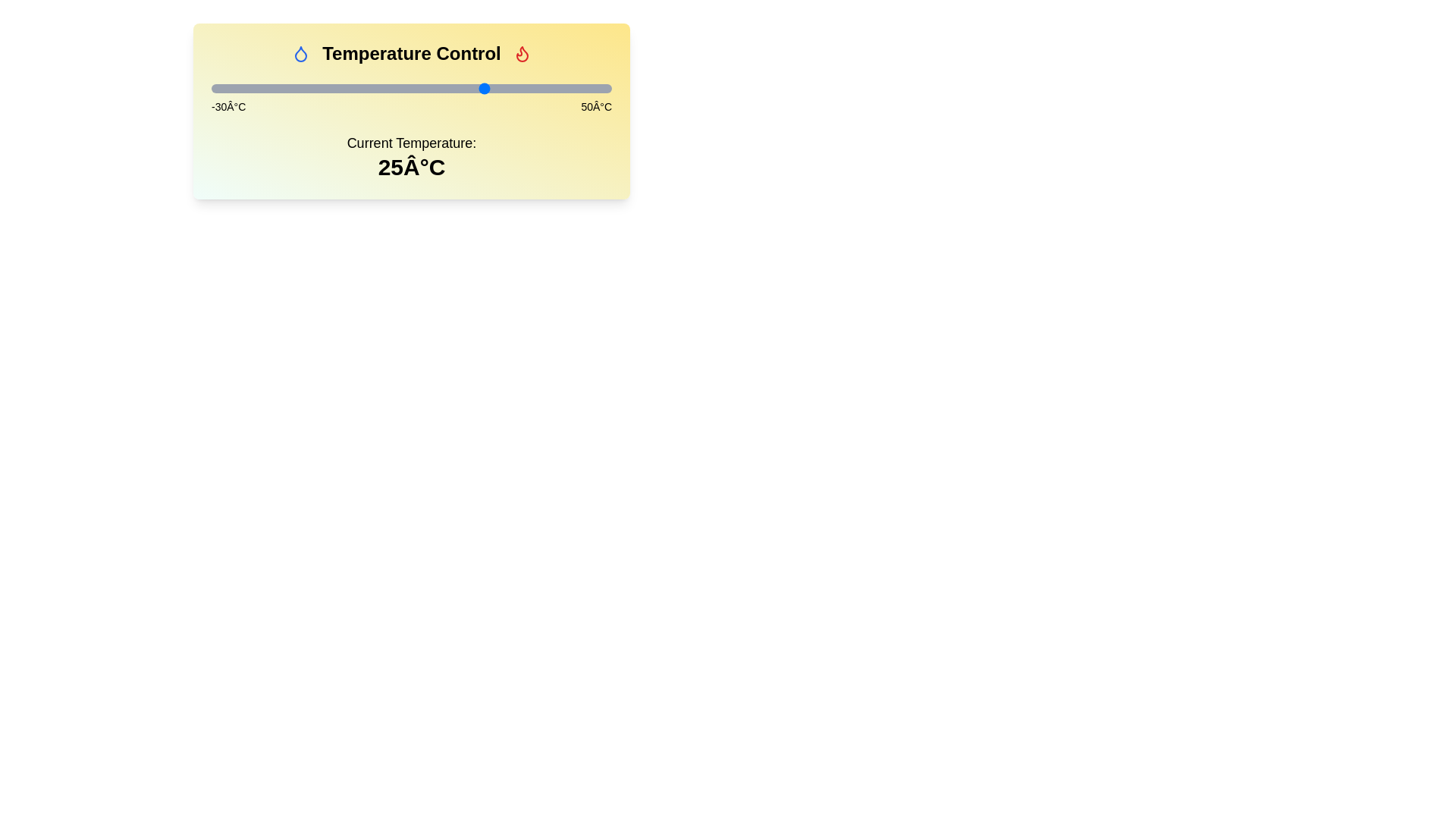  What do you see at coordinates (271, 88) in the screenshot?
I see `the slider to set the temperature to -18°C` at bounding box center [271, 88].